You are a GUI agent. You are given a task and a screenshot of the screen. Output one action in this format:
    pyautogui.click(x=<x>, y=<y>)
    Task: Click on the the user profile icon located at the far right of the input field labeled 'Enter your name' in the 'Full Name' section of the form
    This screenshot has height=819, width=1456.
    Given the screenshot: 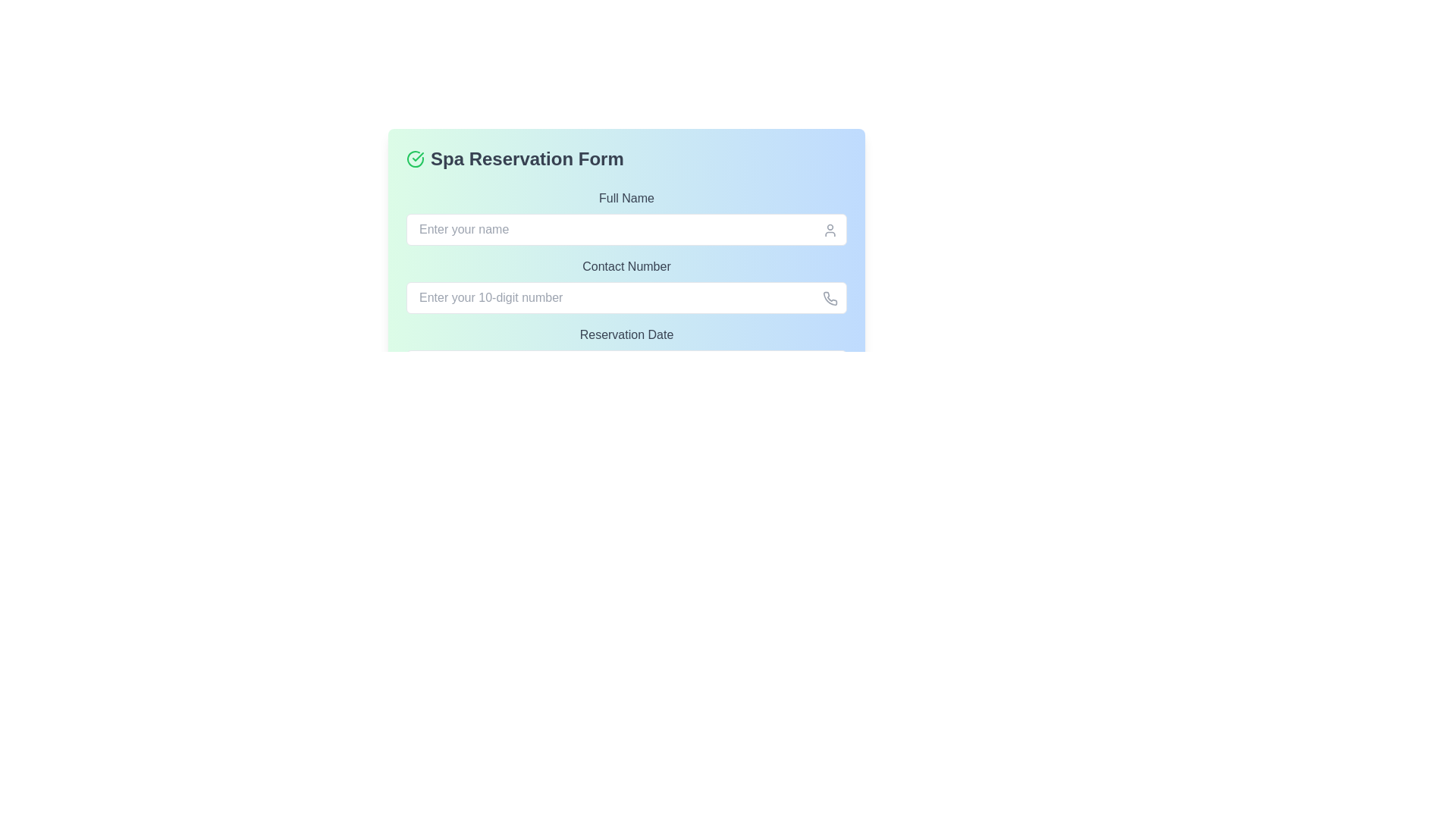 What is the action you would take?
    pyautogui.click(x=829, y=231)
    